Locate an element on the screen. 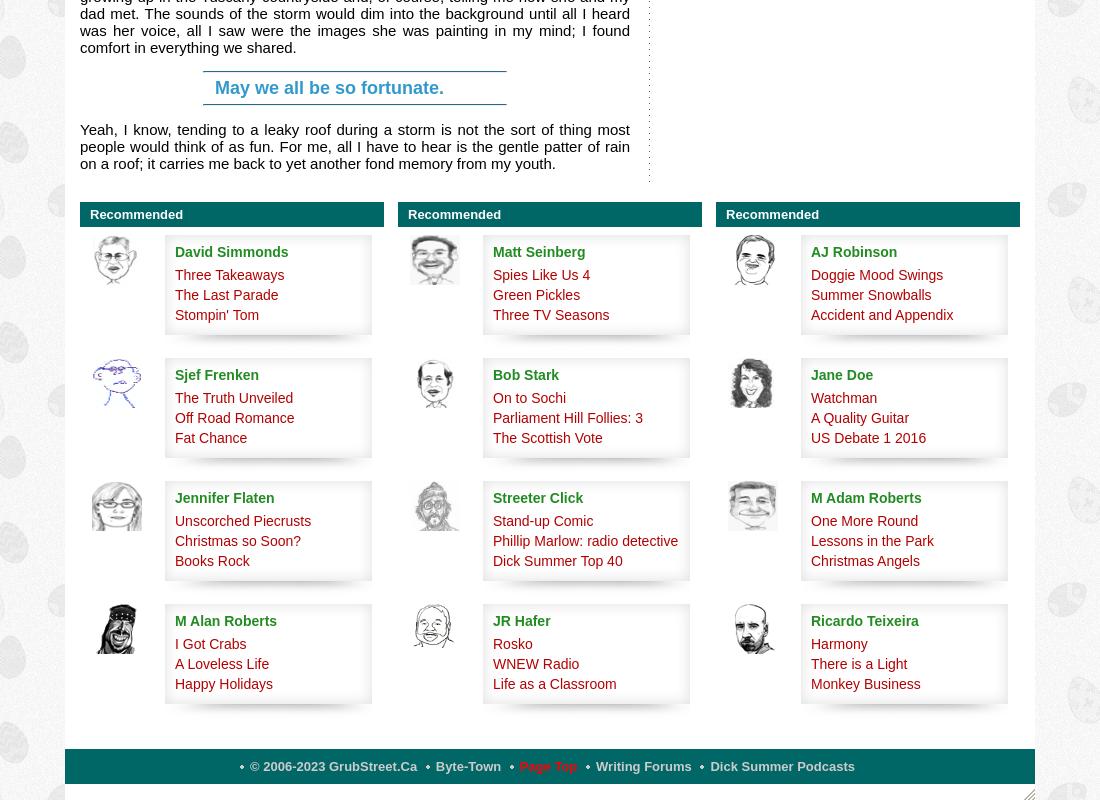  'M Alan Roberts' is located at coordinates (174, 620).